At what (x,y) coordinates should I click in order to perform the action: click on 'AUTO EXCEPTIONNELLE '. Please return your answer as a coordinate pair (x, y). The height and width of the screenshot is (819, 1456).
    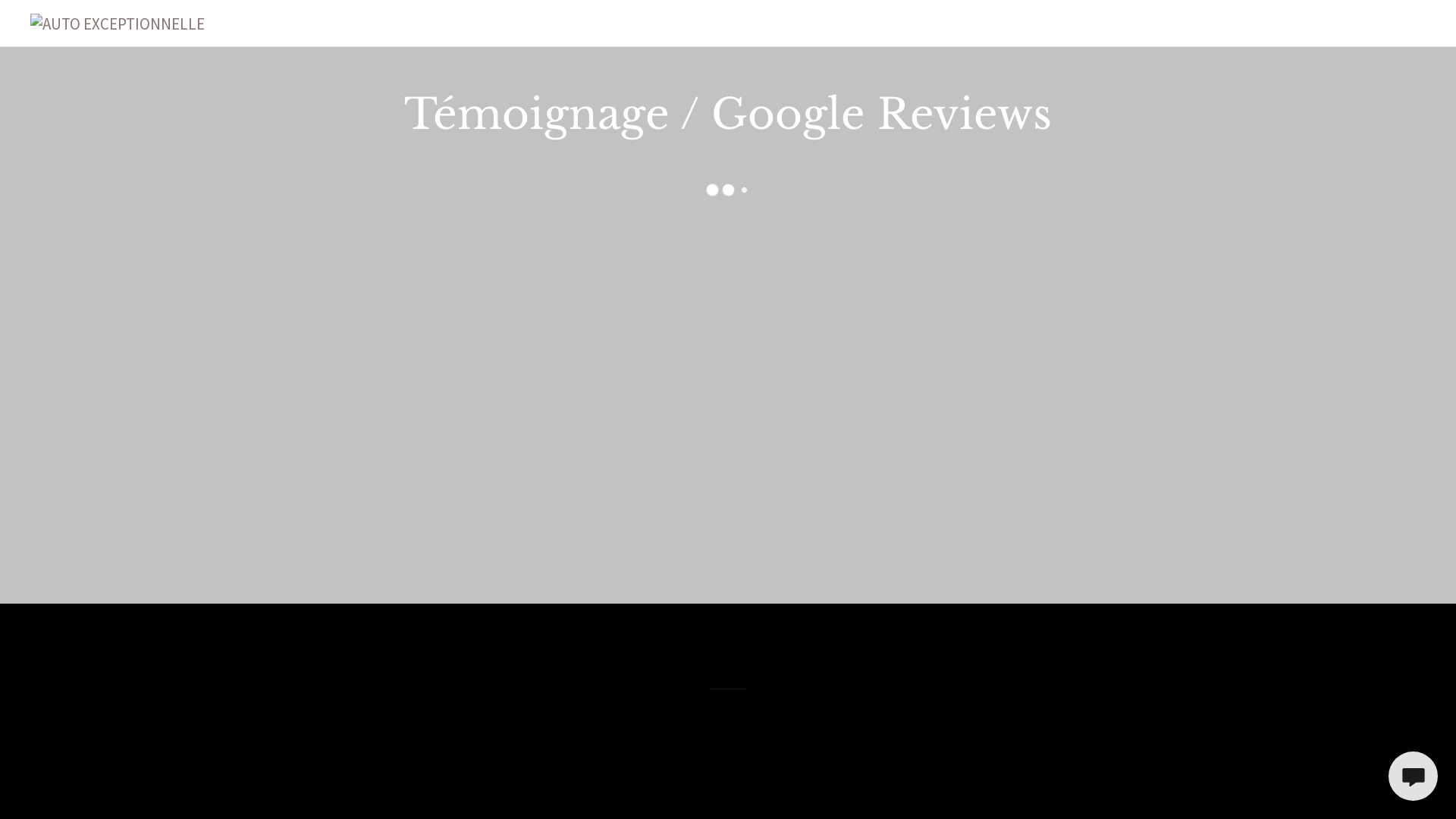
    Looking at the image, I should click on (116, 22).